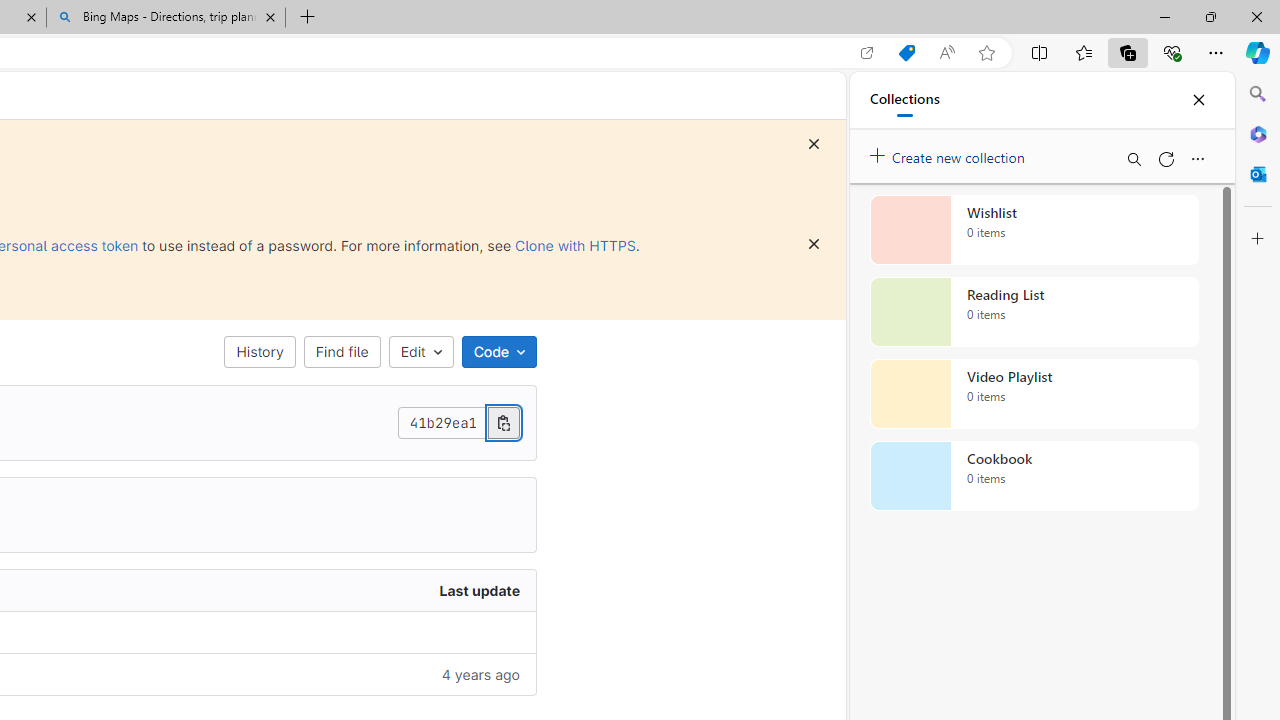 The height and width of the screenshot is (720, 1280). What do you see at coordinates (1034, 475) in the screenshot?
I see `'Cookbook collection, 0 items'` at bounding box center [1034, 475].